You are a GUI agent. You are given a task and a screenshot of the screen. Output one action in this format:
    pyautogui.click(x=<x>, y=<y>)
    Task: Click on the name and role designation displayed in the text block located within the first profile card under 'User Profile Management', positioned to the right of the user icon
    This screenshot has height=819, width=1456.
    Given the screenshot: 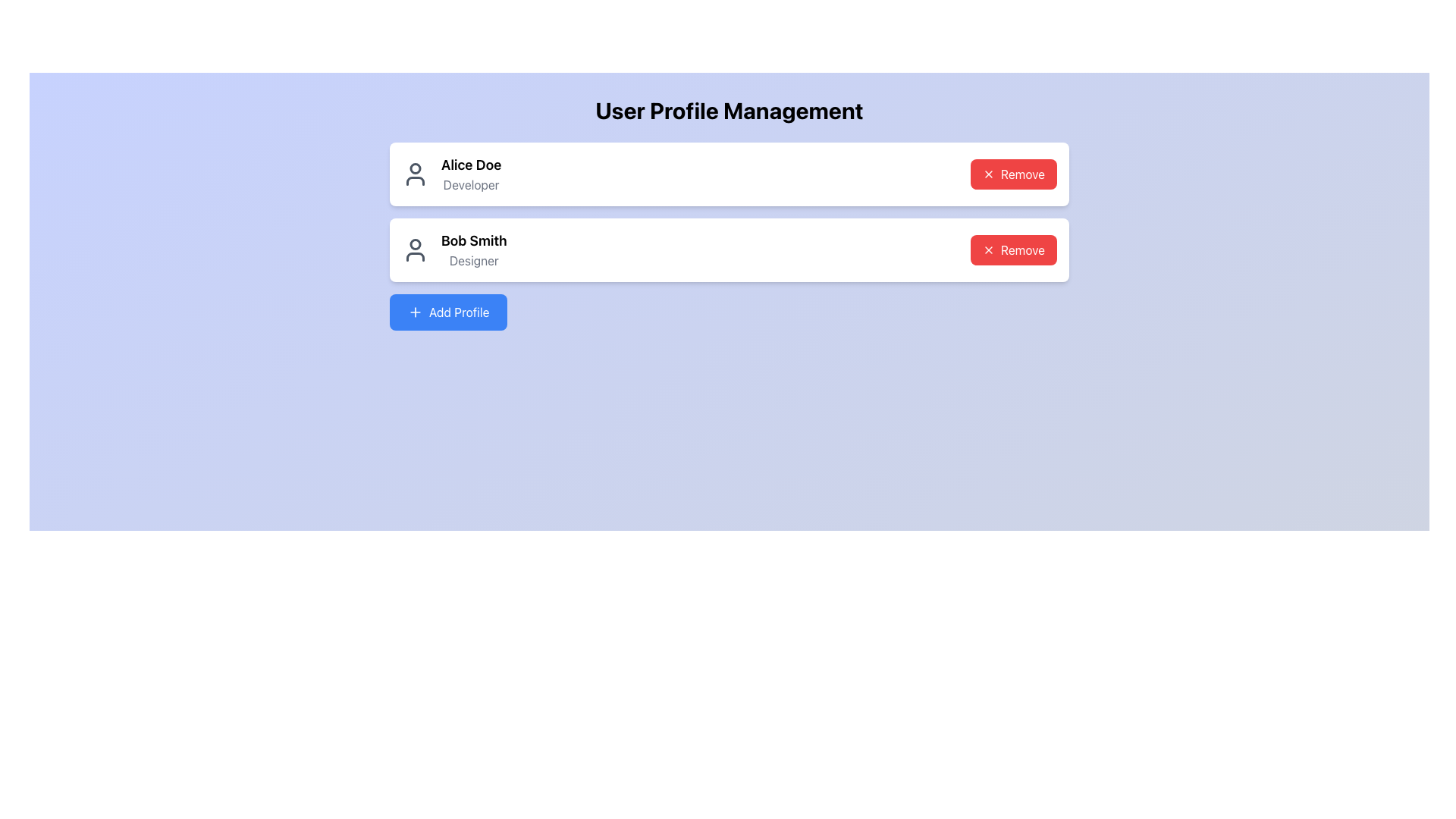 What is the action you would take?
    pyautogui.click(x=470, y=174)
    